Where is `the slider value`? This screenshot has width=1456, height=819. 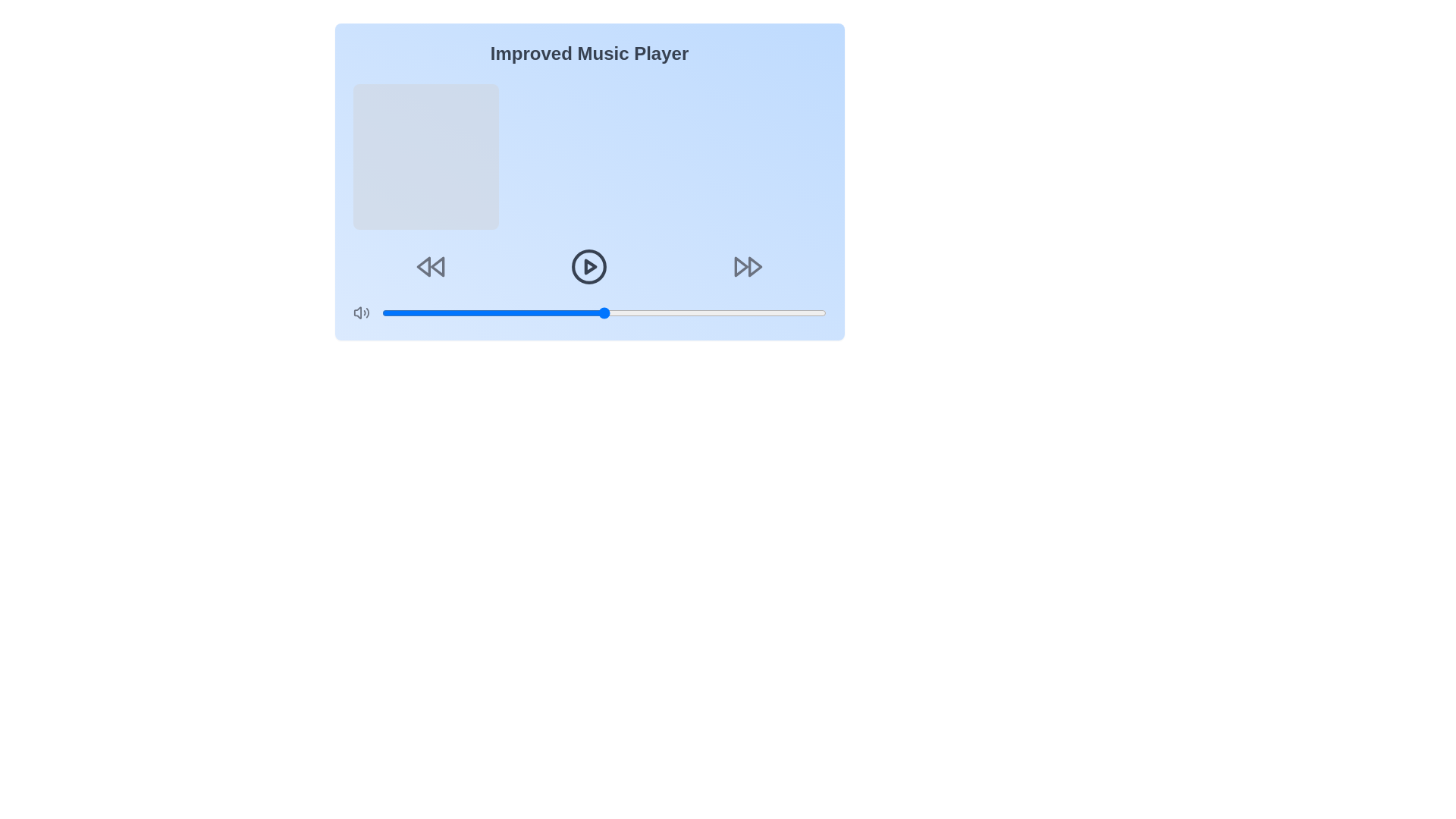 the slider value is located at coordinates (510, 312).